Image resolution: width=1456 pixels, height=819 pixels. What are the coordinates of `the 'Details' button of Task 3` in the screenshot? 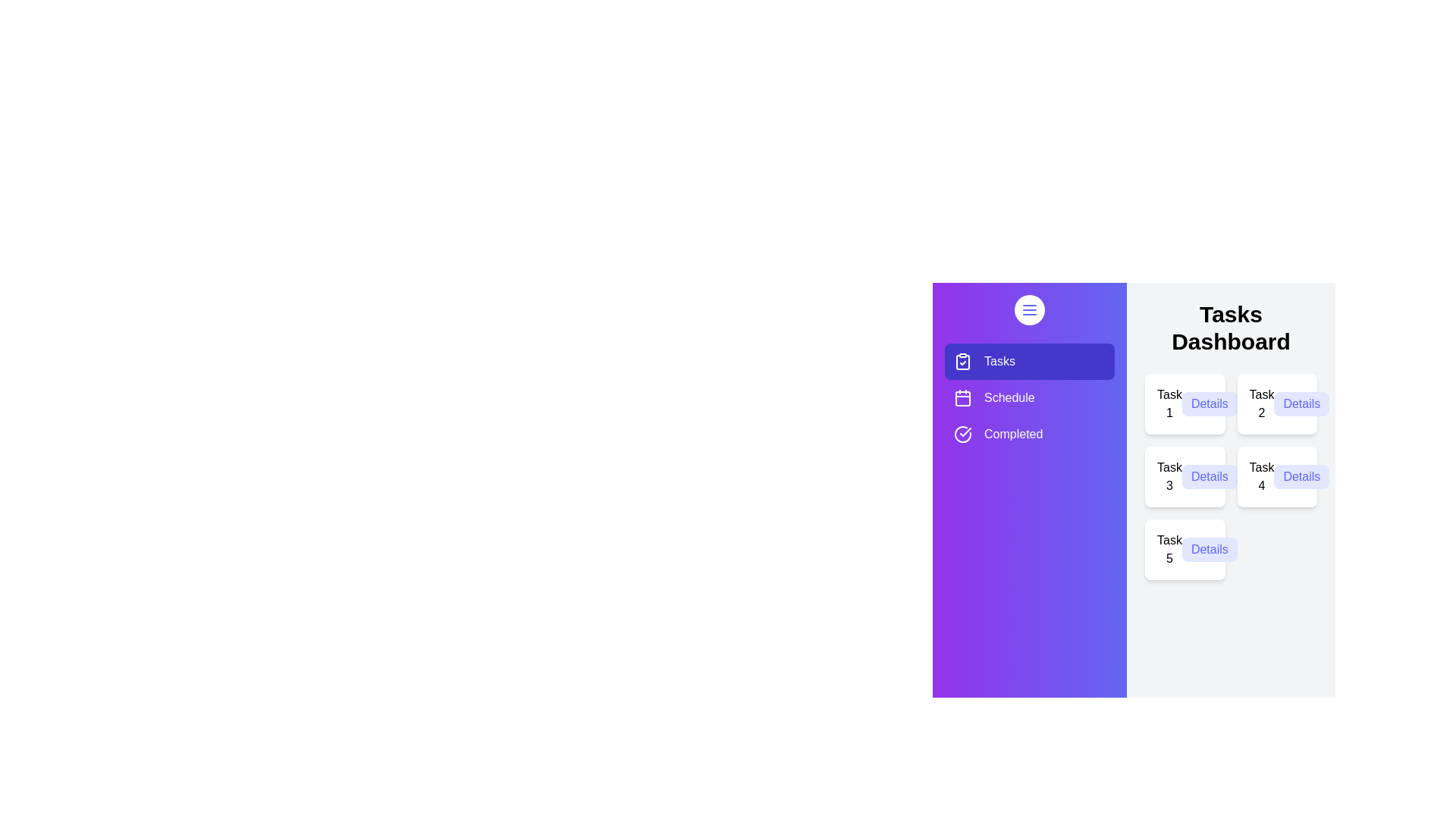 It's located at (1209, 475).